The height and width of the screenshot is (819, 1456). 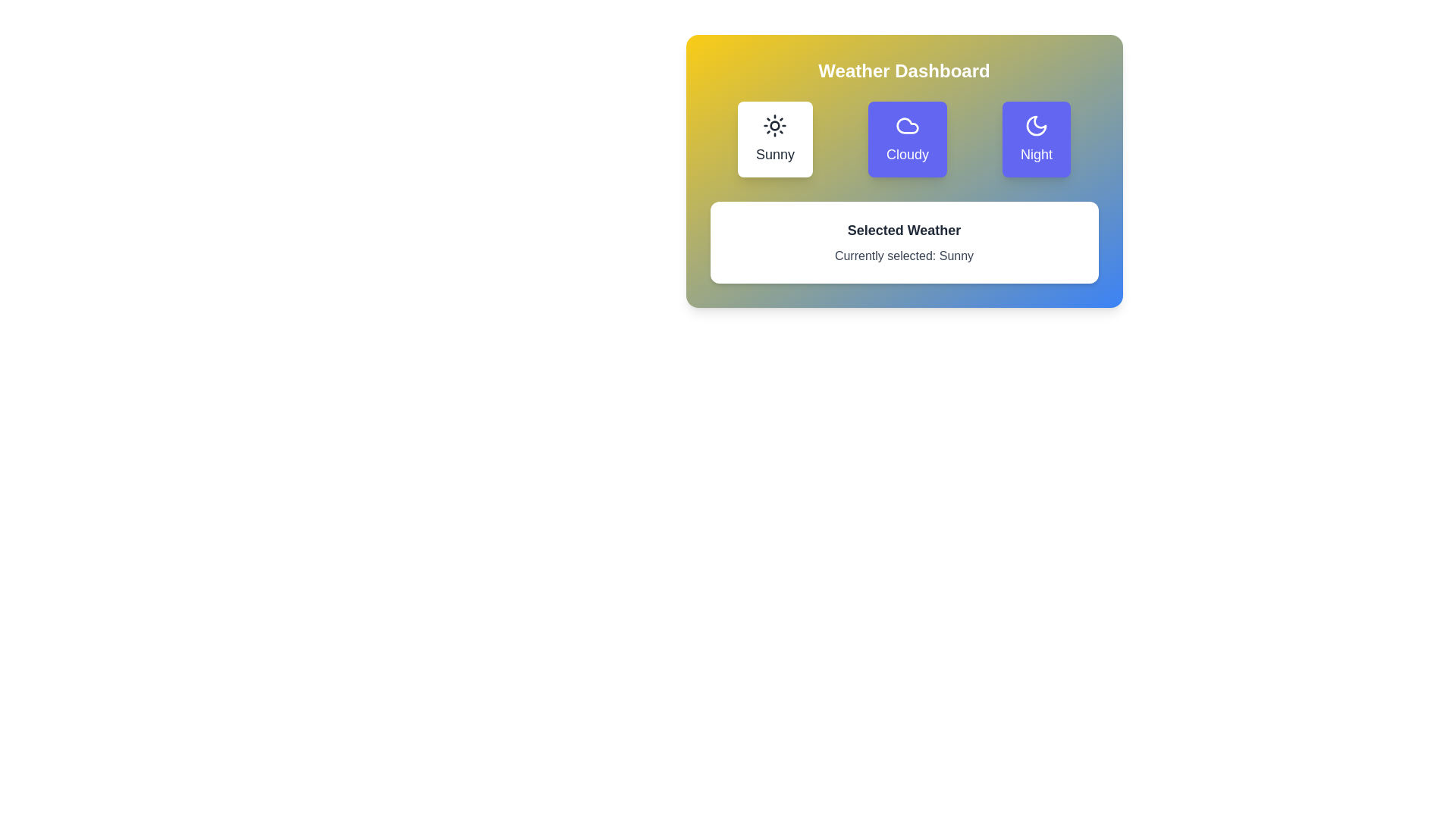 What do you see at coordinates (907, 124) in the screenshot?
I see `the cloud-shaped icon` at bounding box center [907, 124].